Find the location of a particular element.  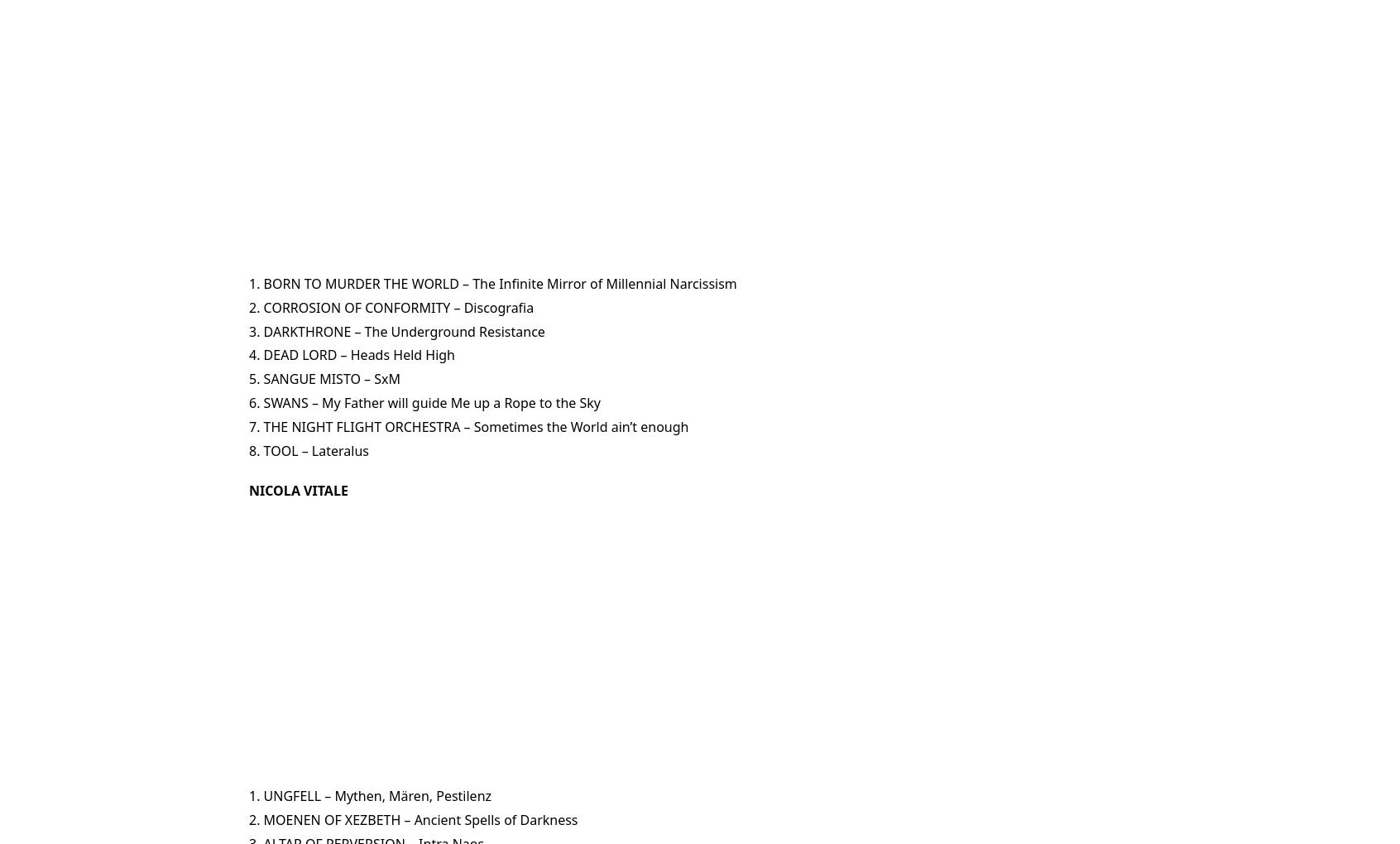

'2. CORROSION OF CONFORMITY – Discografia' is located at coordinates (391, 305).